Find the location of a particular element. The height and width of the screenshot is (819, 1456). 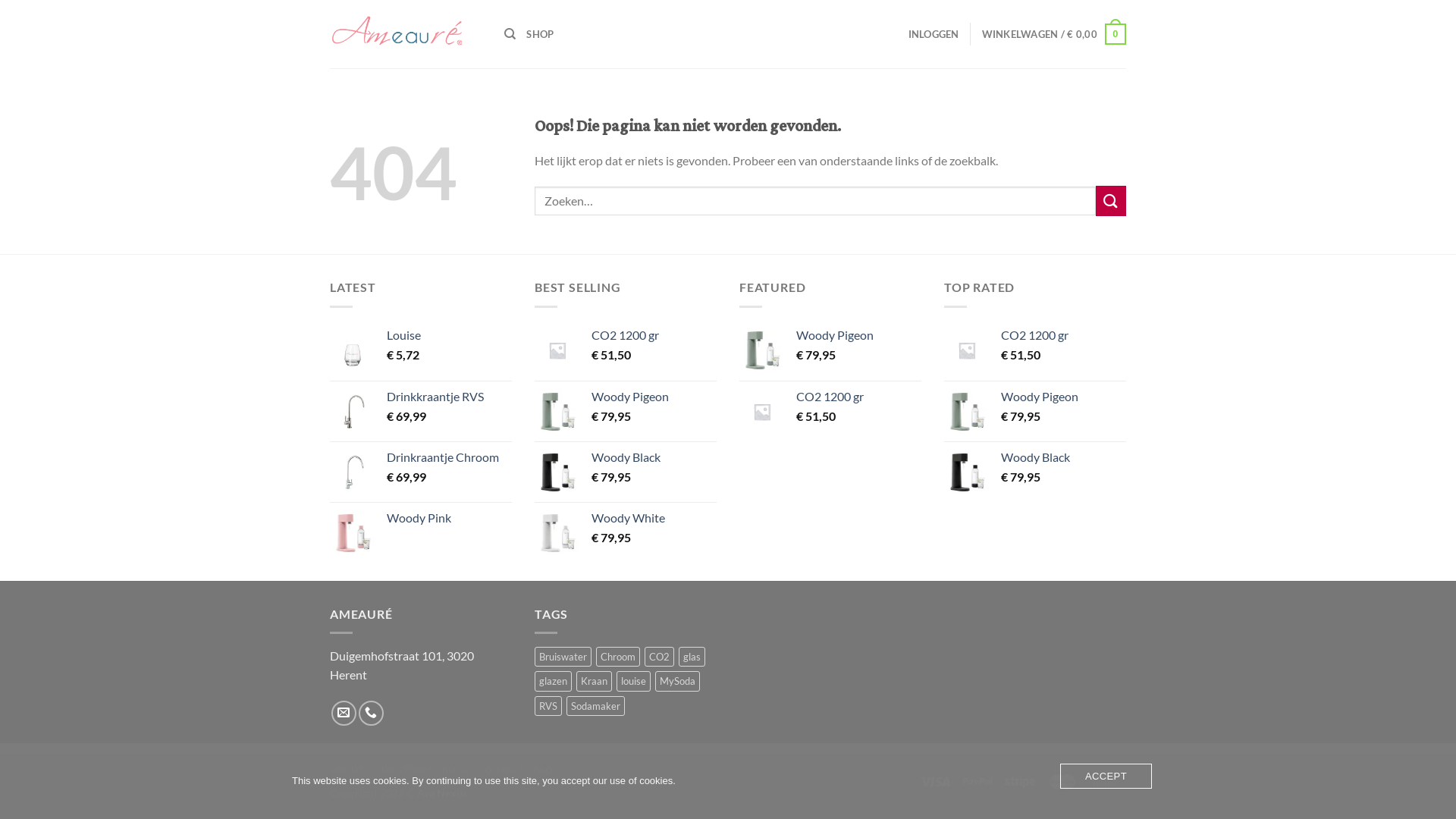

'RVS' is located at coordinates (548, 705).